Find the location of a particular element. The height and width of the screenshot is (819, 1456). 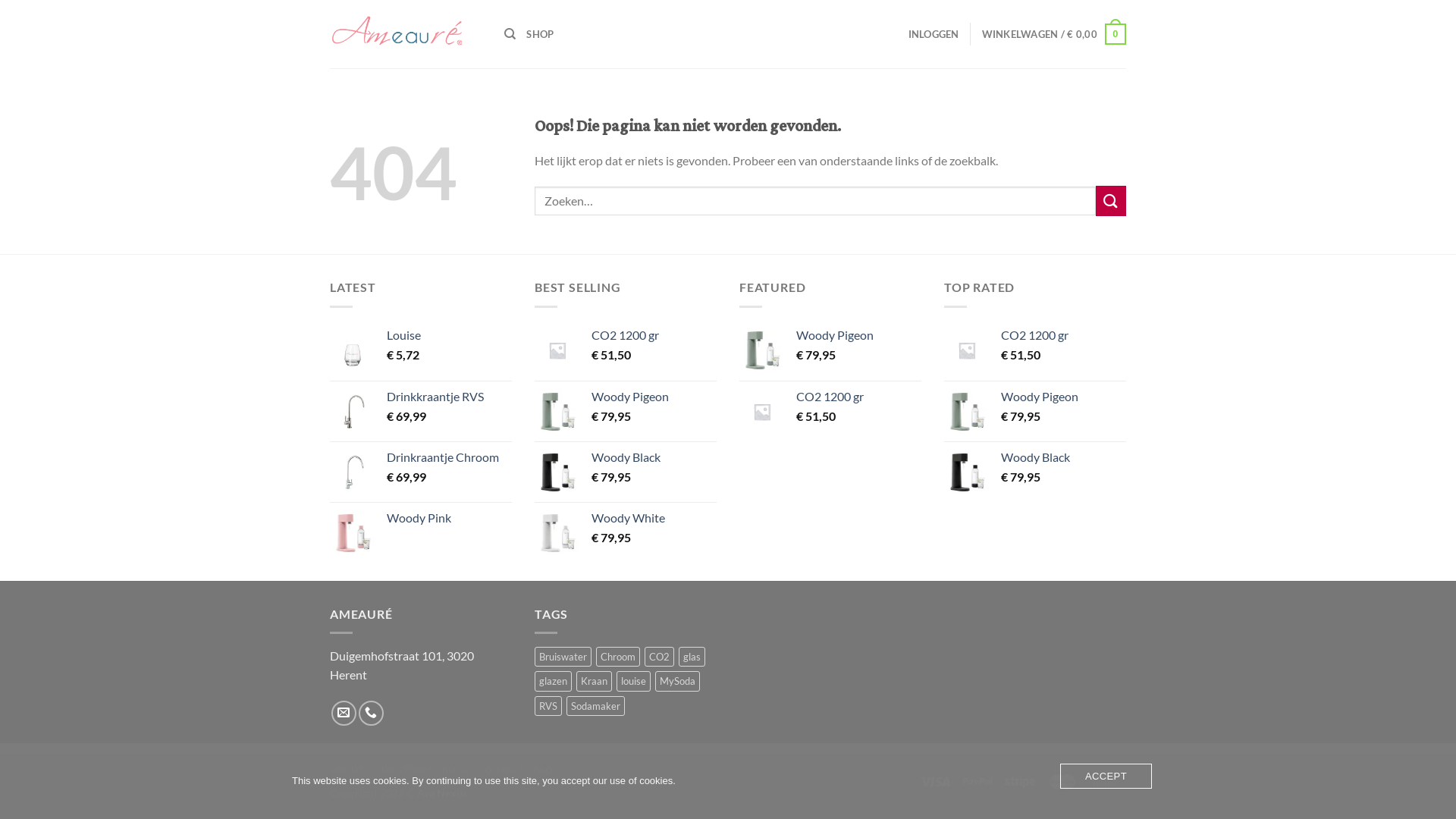

'RVS' is located at coordinates (548, 705).